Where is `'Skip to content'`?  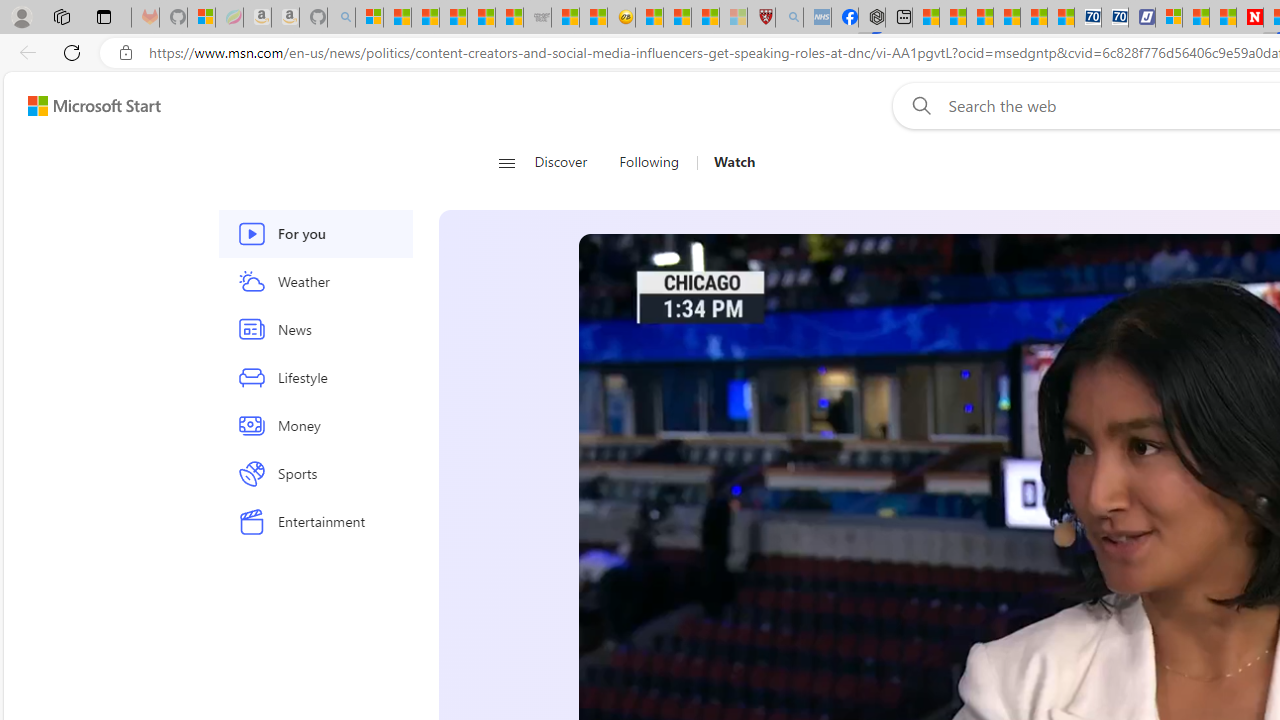 'Skip to content' is located at coordinates (86, 105).